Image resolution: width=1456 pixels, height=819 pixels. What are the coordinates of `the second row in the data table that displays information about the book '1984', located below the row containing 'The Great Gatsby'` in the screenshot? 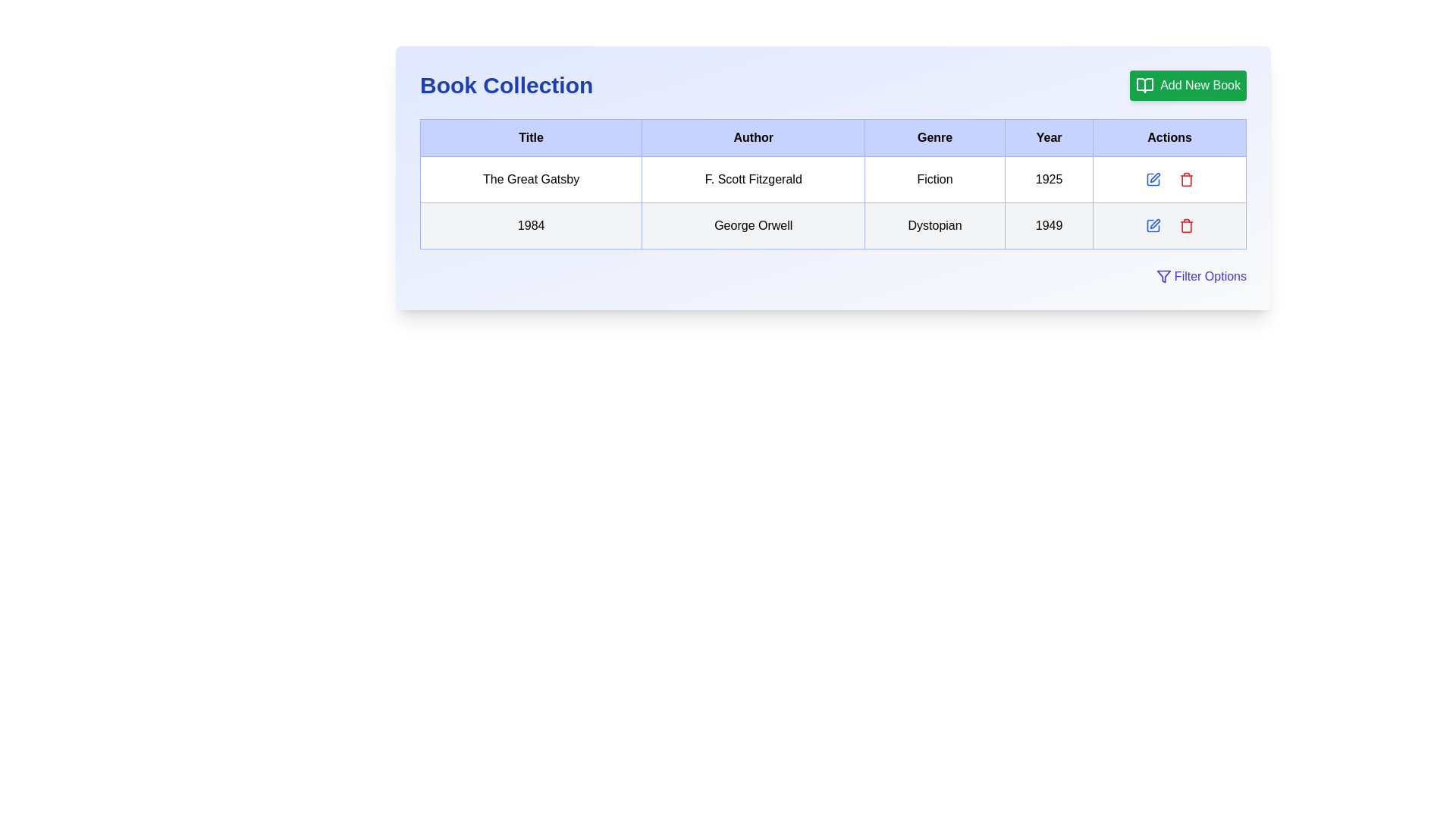 It's located at (833, 225).